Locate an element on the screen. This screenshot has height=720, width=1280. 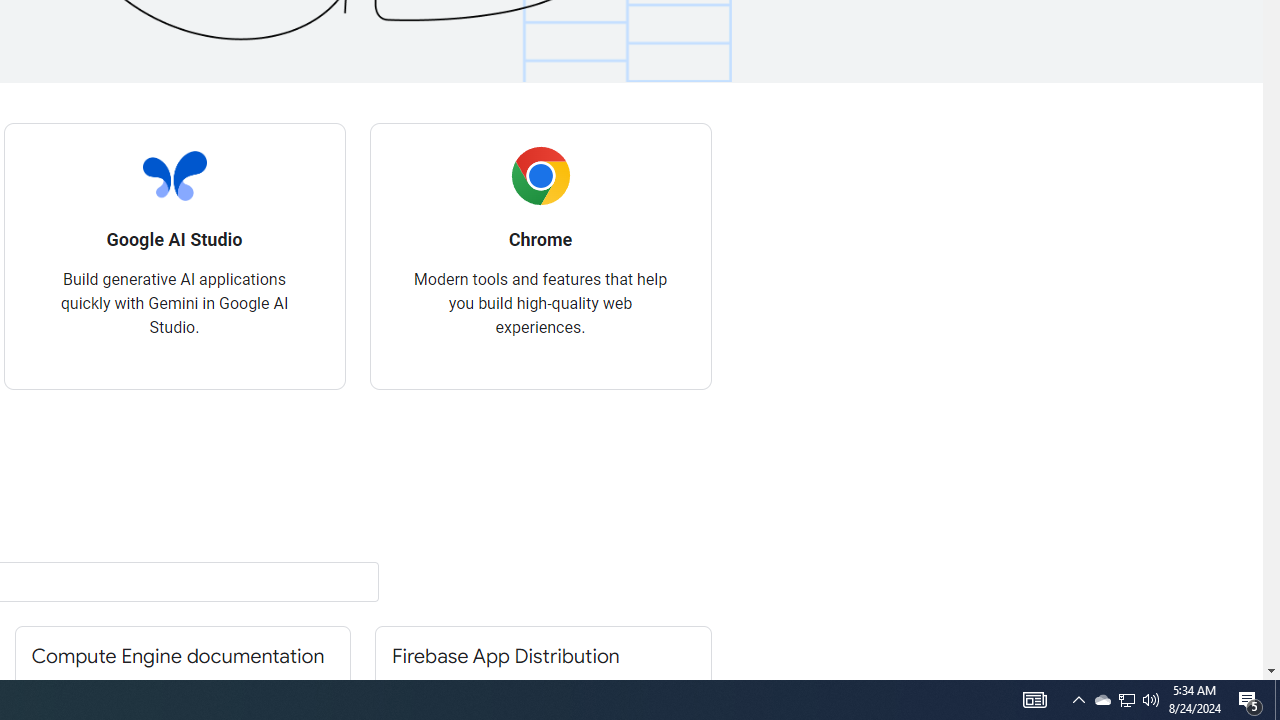
'Google AI Studio logo' is located at coordinates (174, 175).